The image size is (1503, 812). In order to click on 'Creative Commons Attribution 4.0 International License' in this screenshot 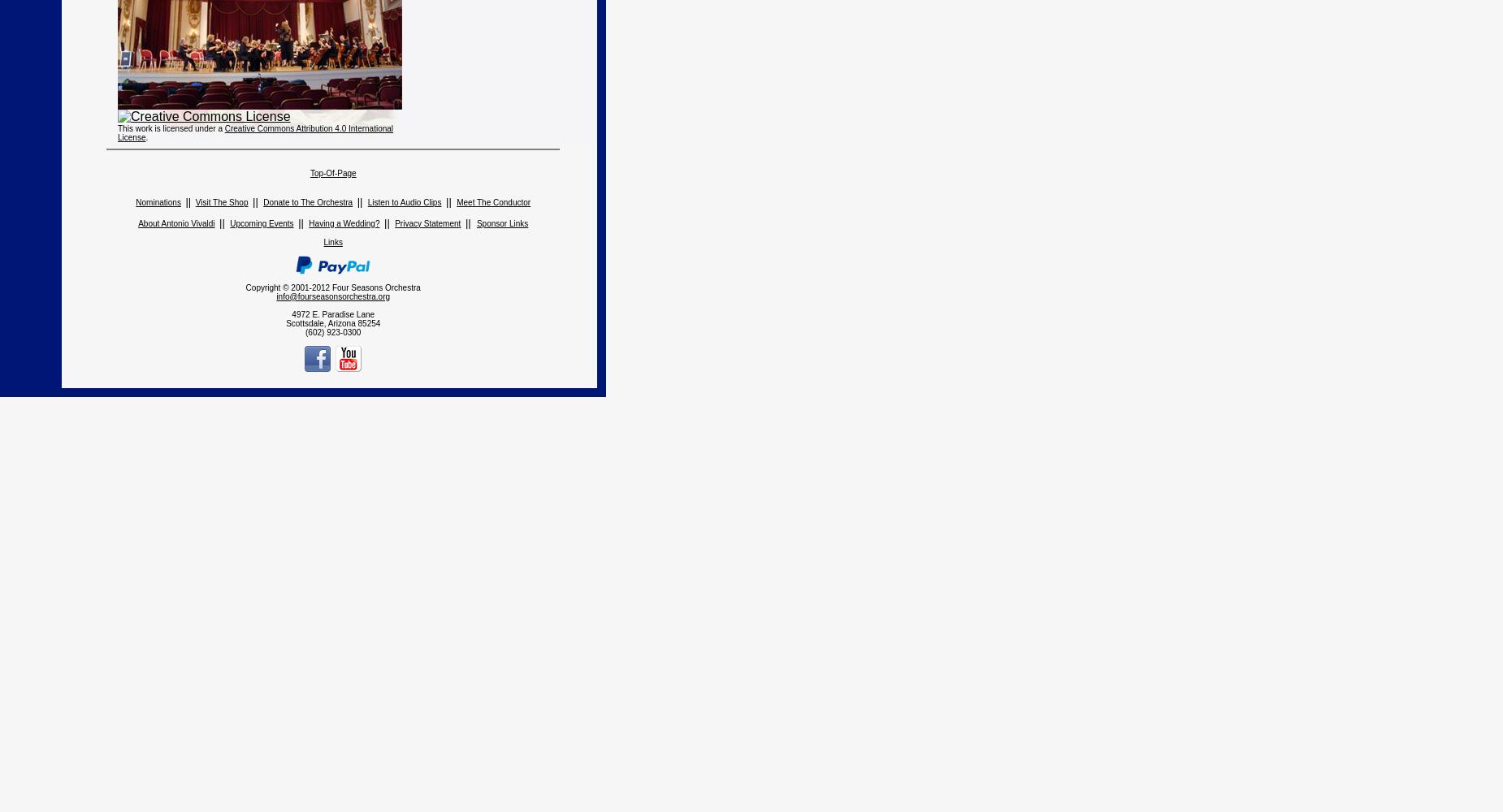, I will do `click(254, 132)`.